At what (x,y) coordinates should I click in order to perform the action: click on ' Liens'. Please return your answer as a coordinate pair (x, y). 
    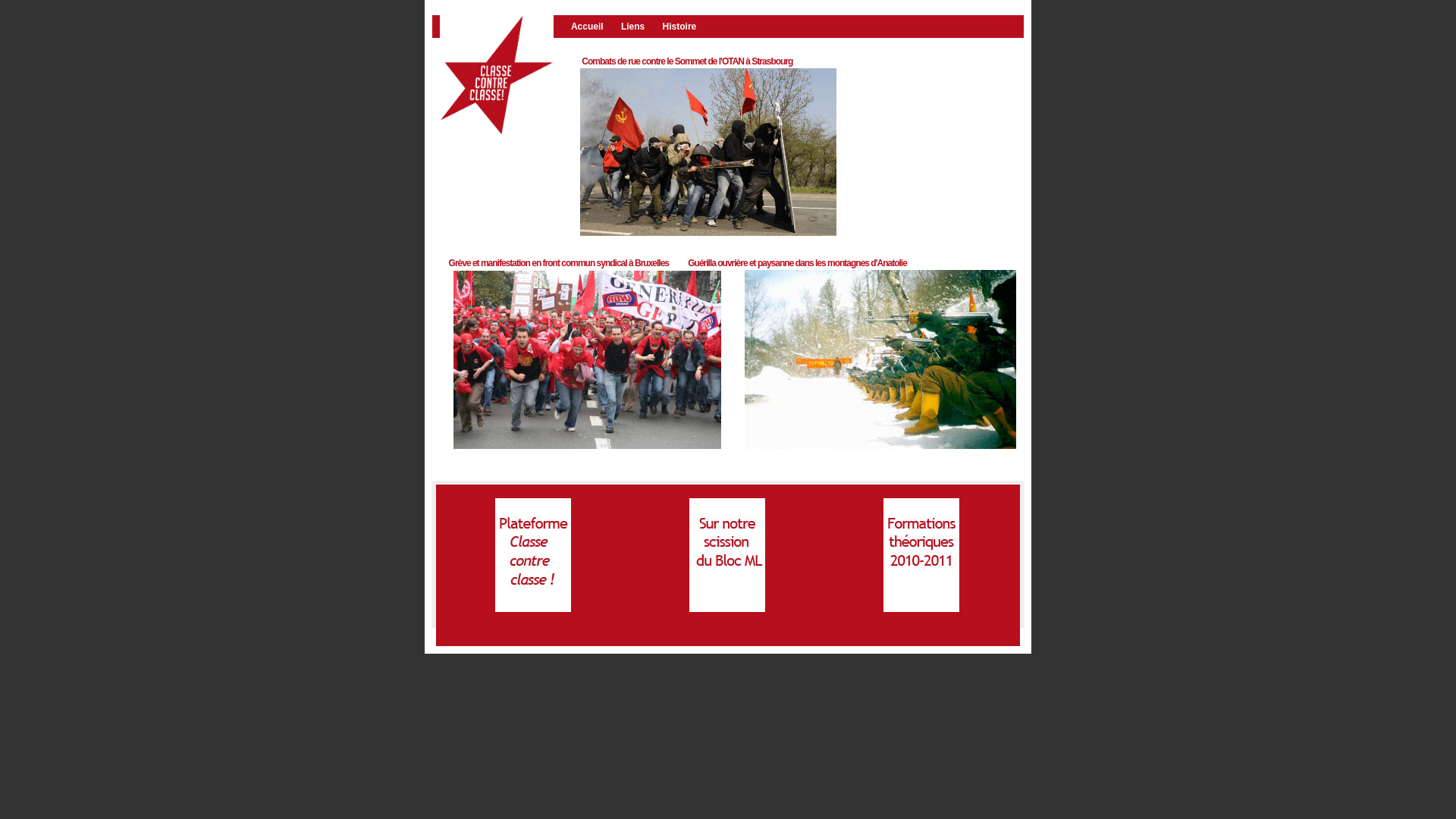
    Looking at the image, I should click on (619, 26).